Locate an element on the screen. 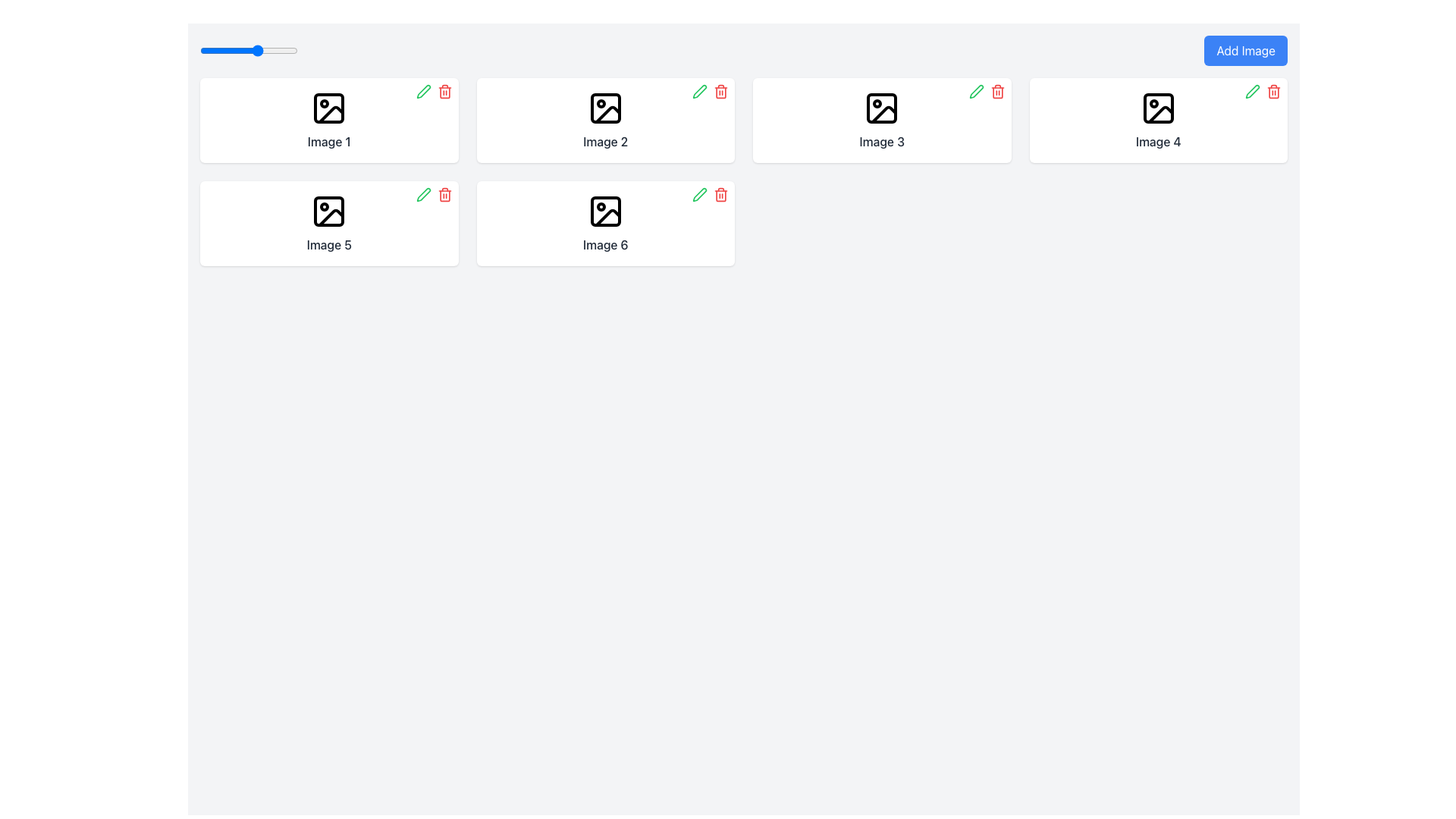 Image resolution: width=1456 pixels, height=819 pixels. the red trash icon button located in the top-right area of the card is located at coordinates (997, 91).